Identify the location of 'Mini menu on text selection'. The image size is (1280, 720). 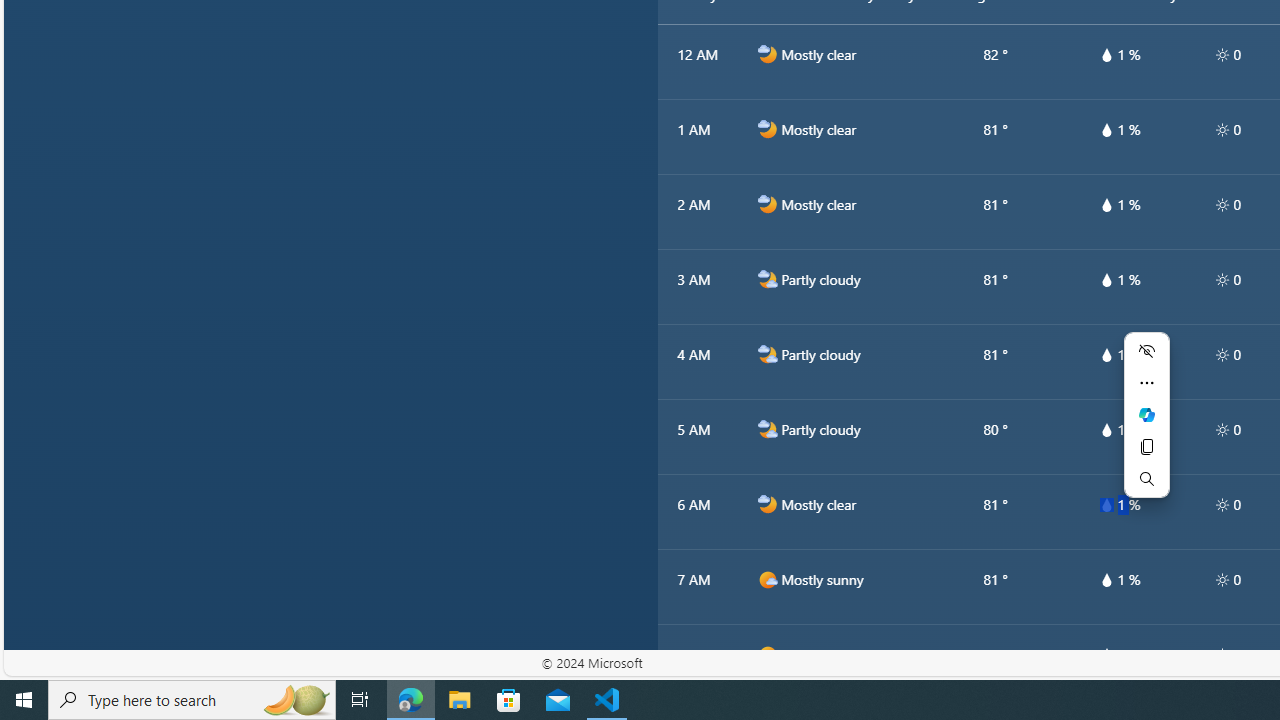
(1146, 413).